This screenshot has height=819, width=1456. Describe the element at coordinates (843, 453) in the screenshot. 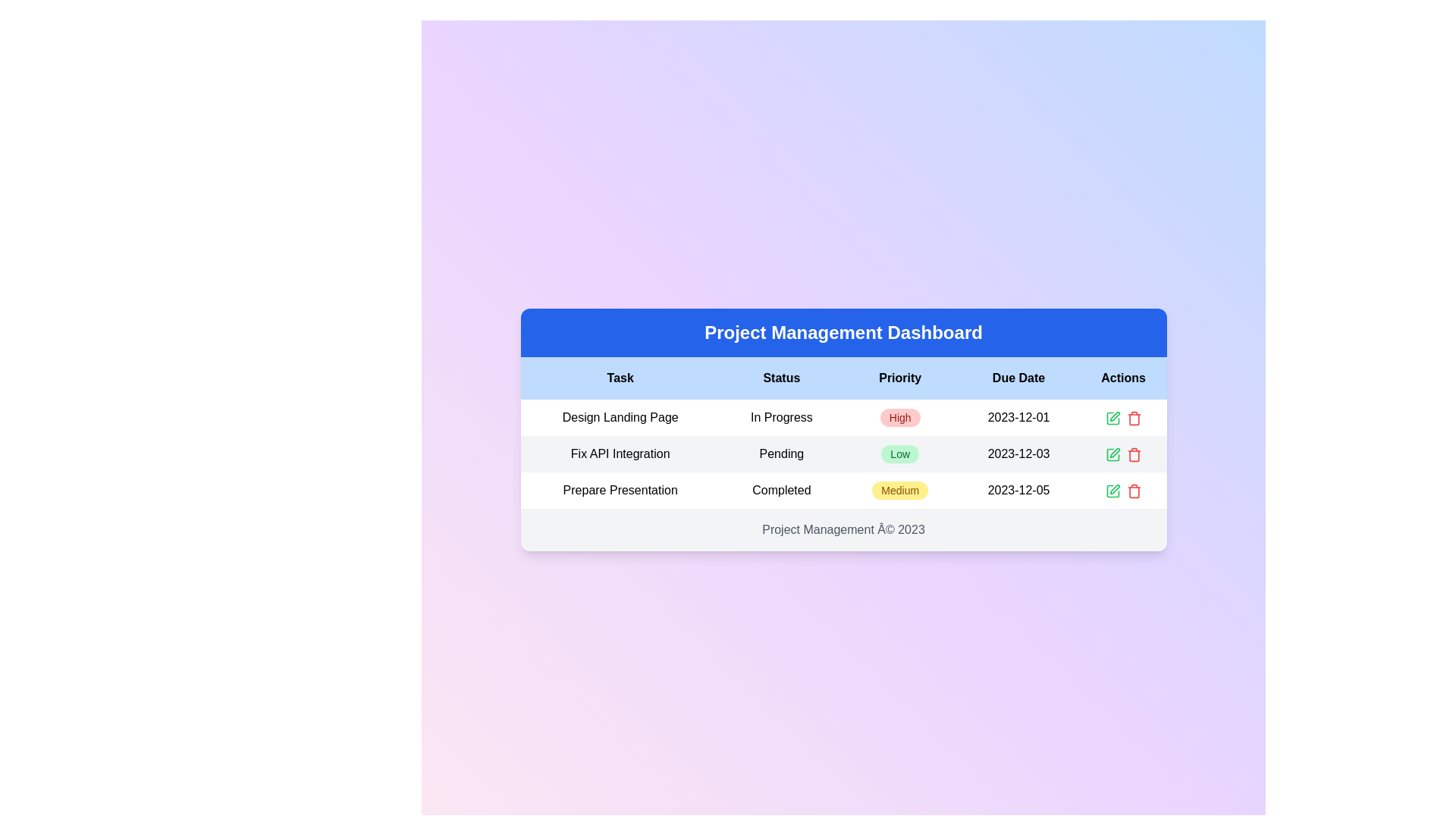

I see `details of the second row in the 'Project Management Dashboard' table containing the task 'Fix API Integration', which has a status of 'Pending', priority 'Low', and due date '2023-12-03'` at that location.